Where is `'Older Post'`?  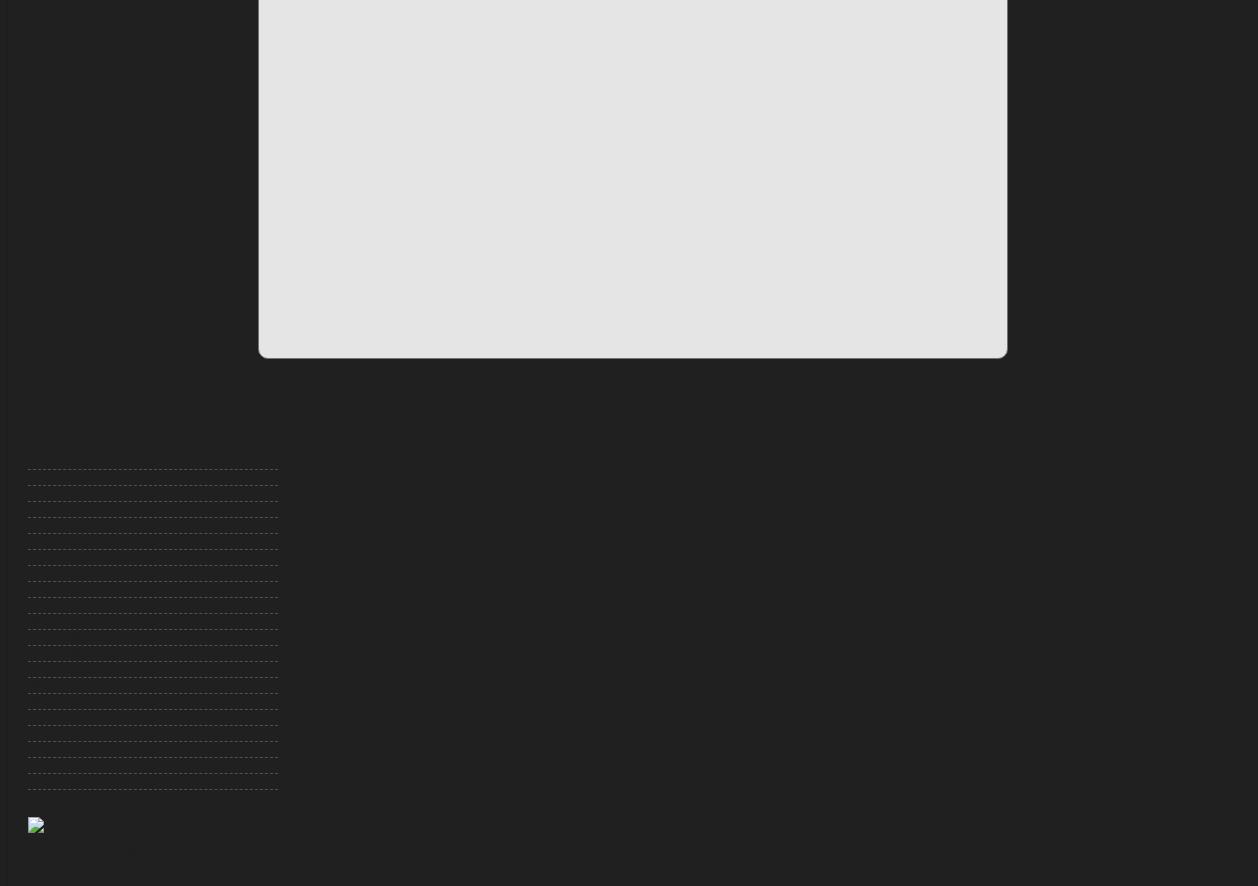
'Older Post' is located at coordinates (400, 403).